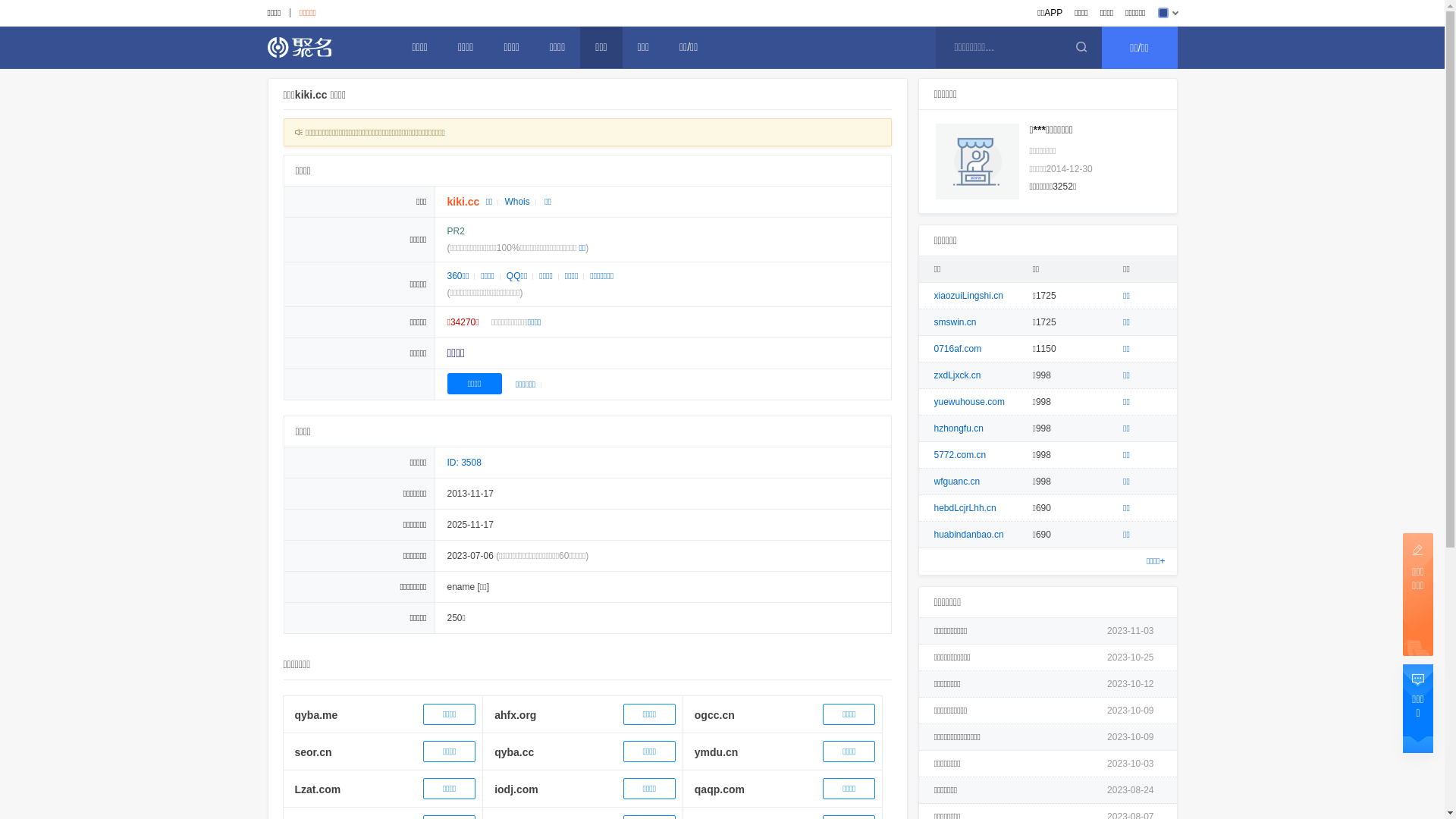 Image resolution: width=1456 pixels, height=819 pixels. Describe the element at coordinates (964, 508) in the screenshot. I see `'hebdLcjrLhh.cn'` at that location.